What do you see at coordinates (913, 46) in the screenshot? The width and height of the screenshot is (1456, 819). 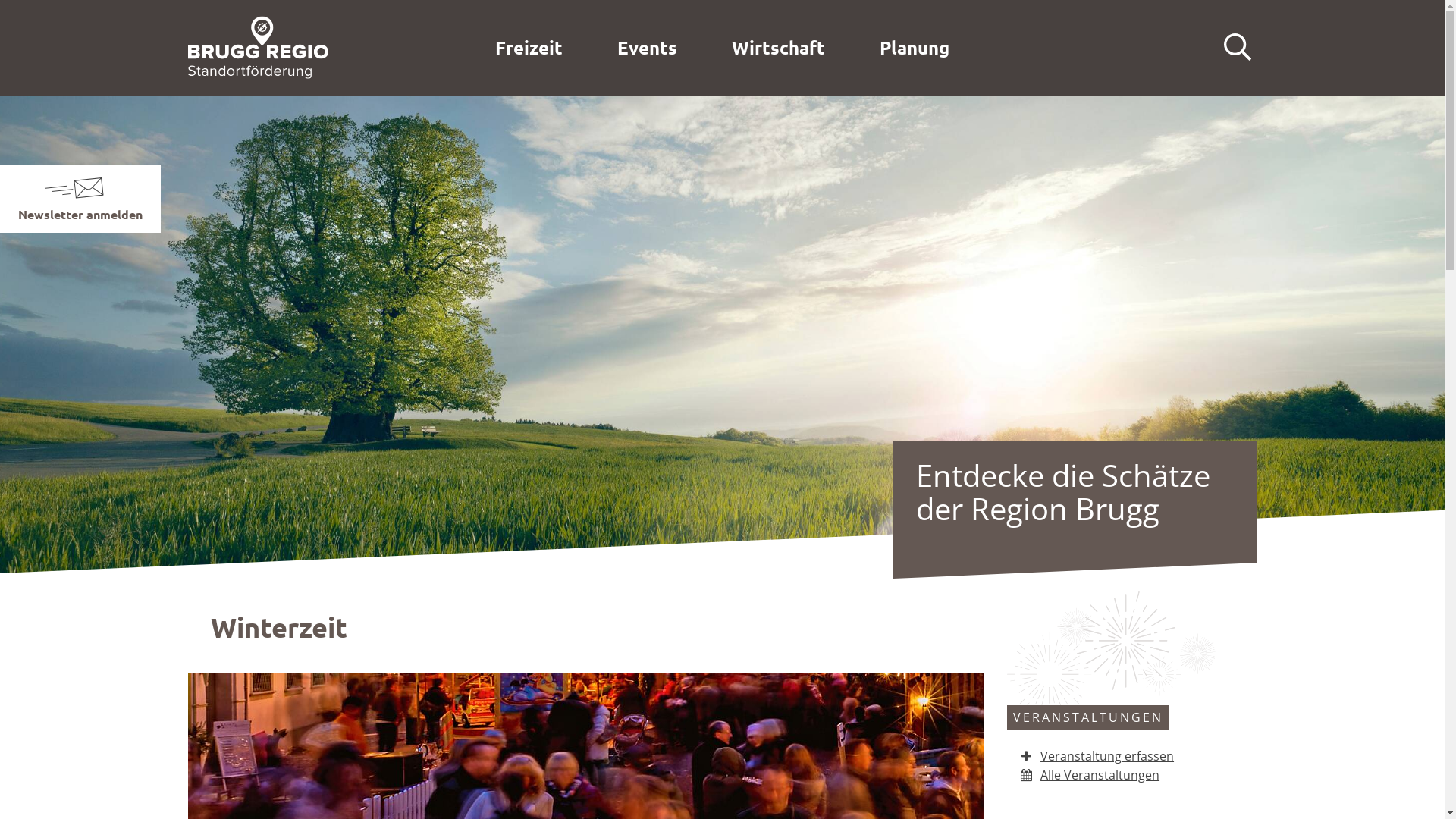 I see `'Planung'` at bounding box center [913, 46].